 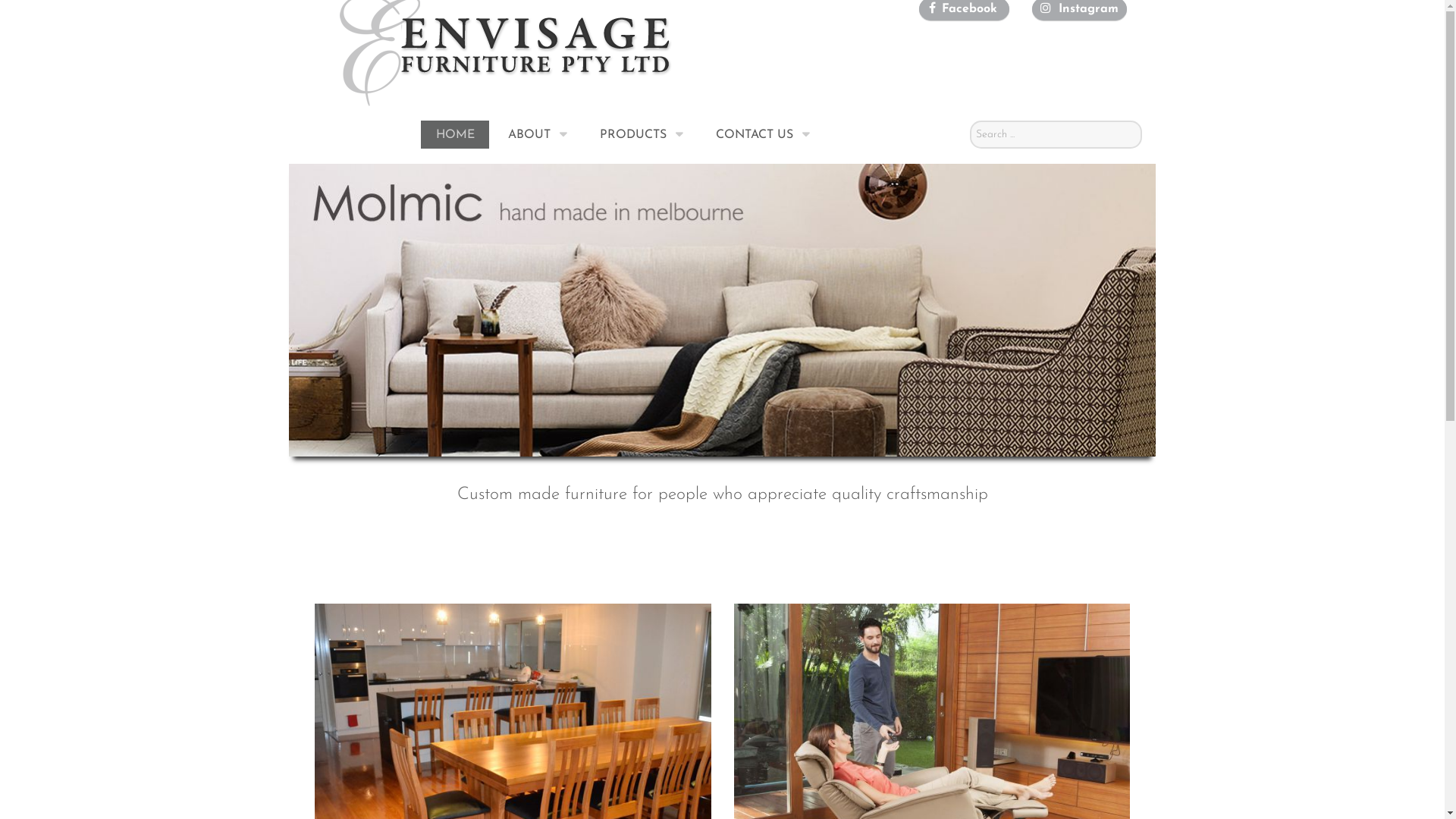 I want to click on 'HOME', so click(x=454, y=133).